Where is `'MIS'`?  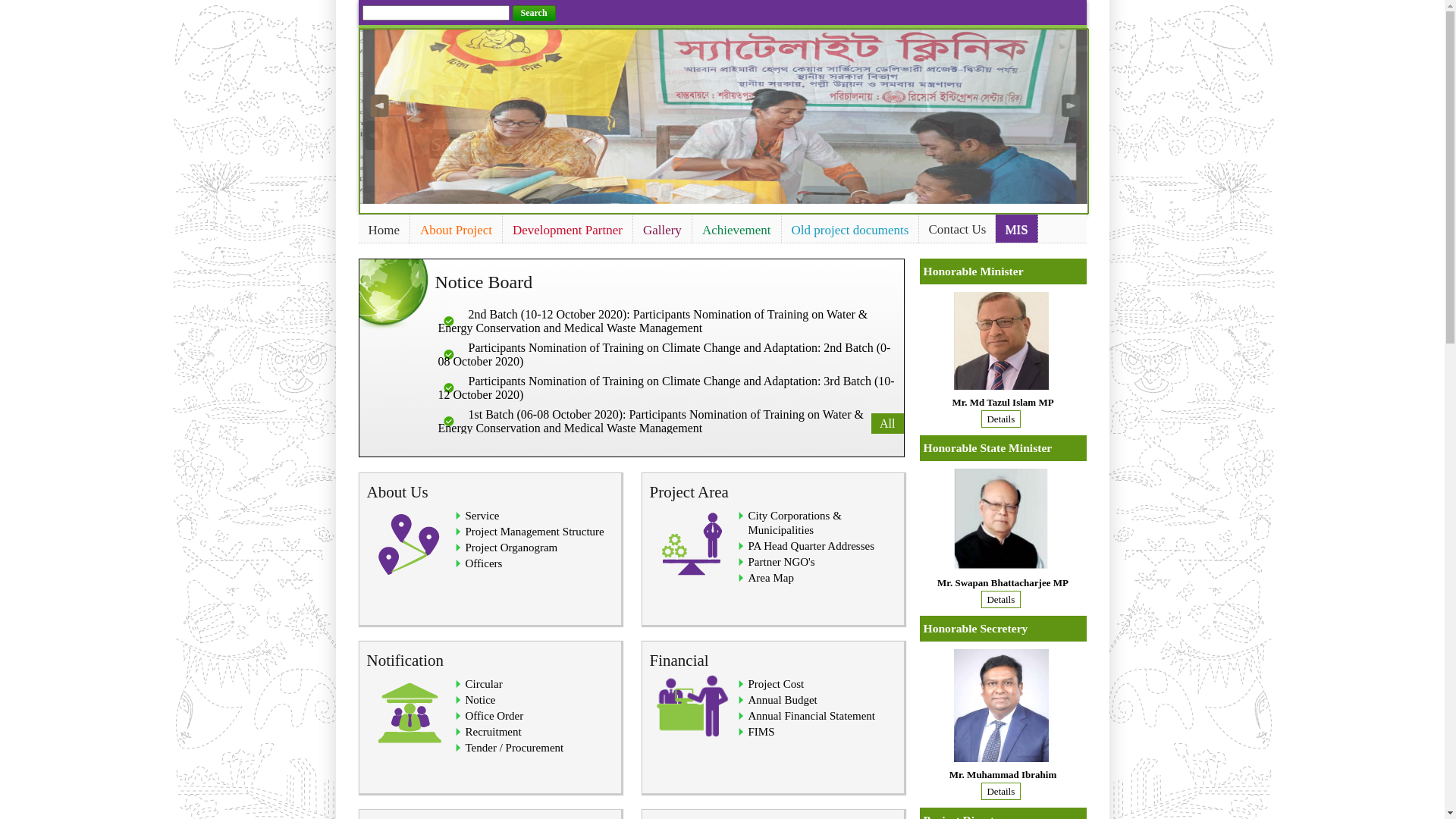
'MIS' is located at coordinates (996, 230).